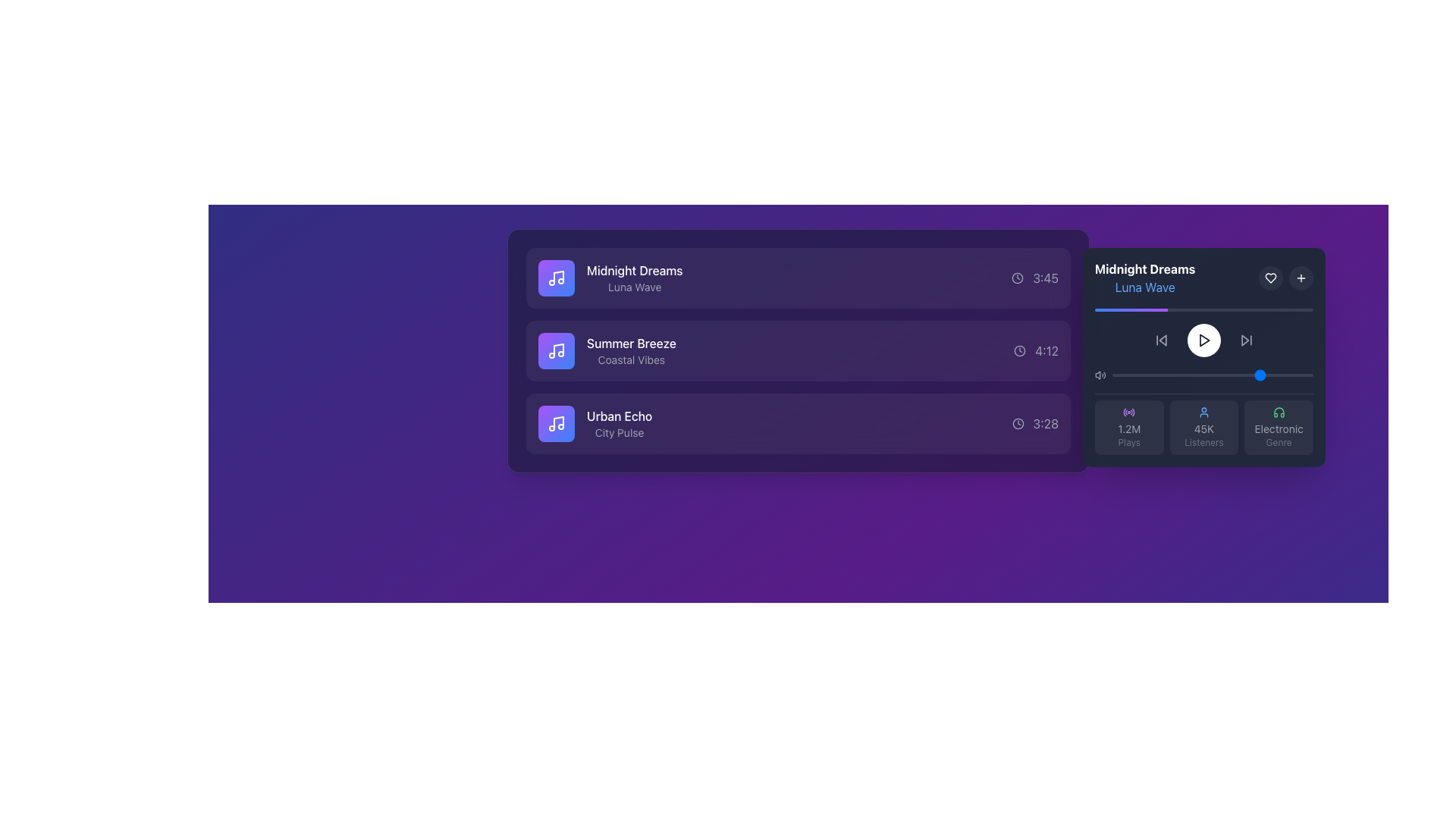 The width and height of the screenshot is (1456, 819). I want to click on to select the first list item displaying 'Midnight Dreams' in bold white font and 'Luna Wave' in smaller gray font, located to the right of an icon within a purple and blue gradient square, so click(610, 278).